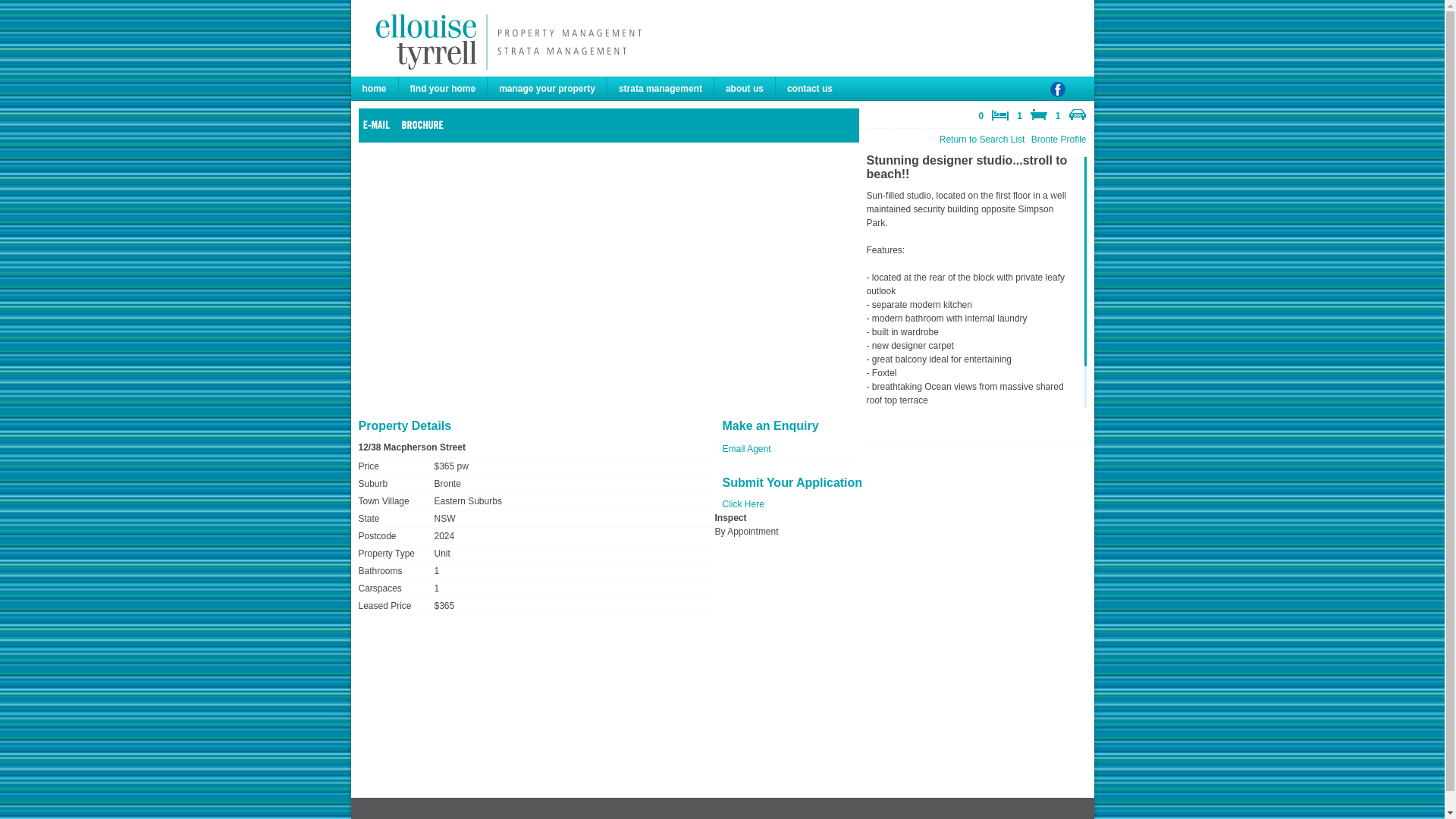 Image resolution: width=1456 pixels, height=819 pixels. Describe the element at coordinates (374, 88) in the screenshot. I see `'home'` at that location.